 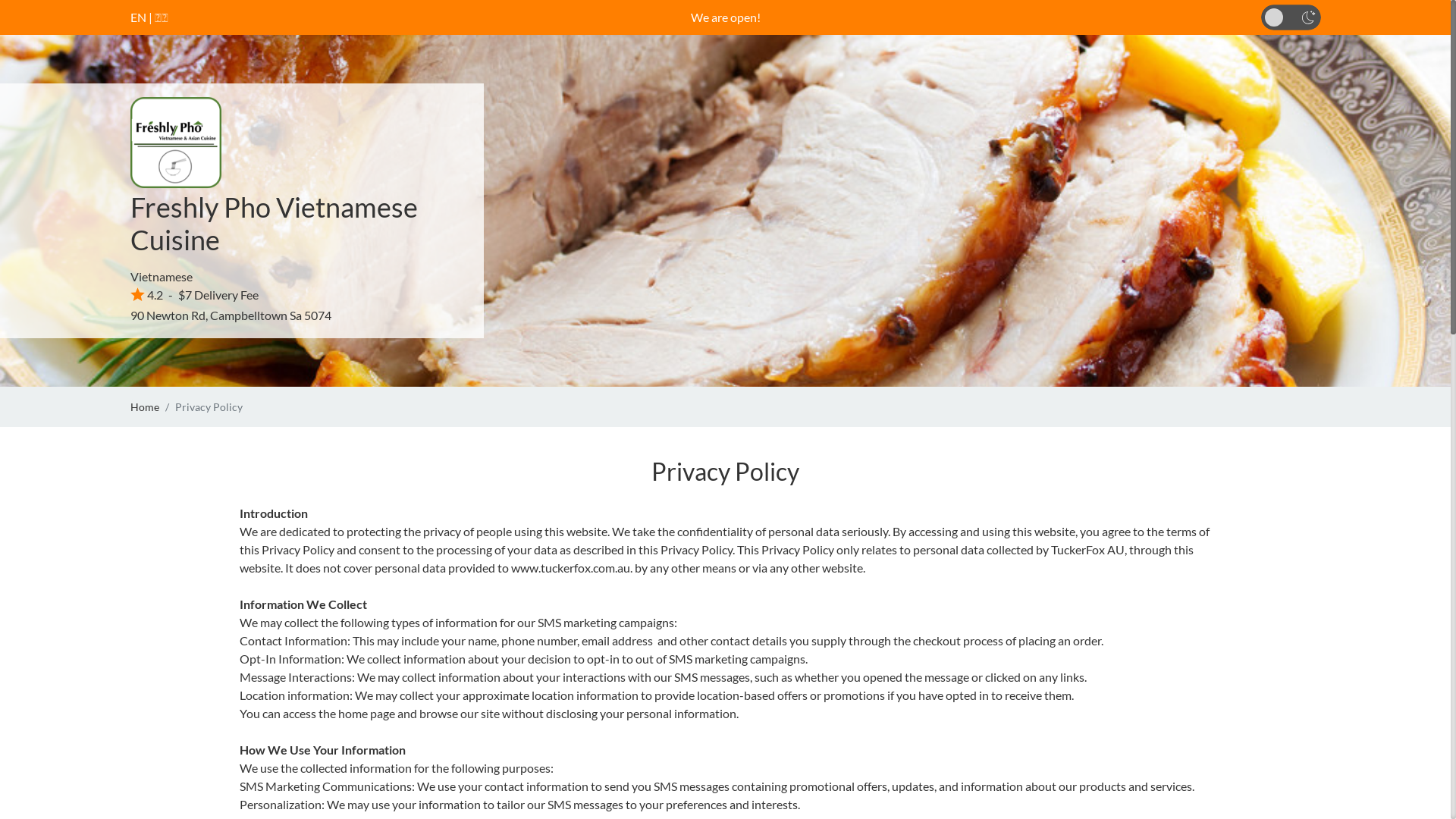 I want to click on '4.2', so click(x=146, y=294).